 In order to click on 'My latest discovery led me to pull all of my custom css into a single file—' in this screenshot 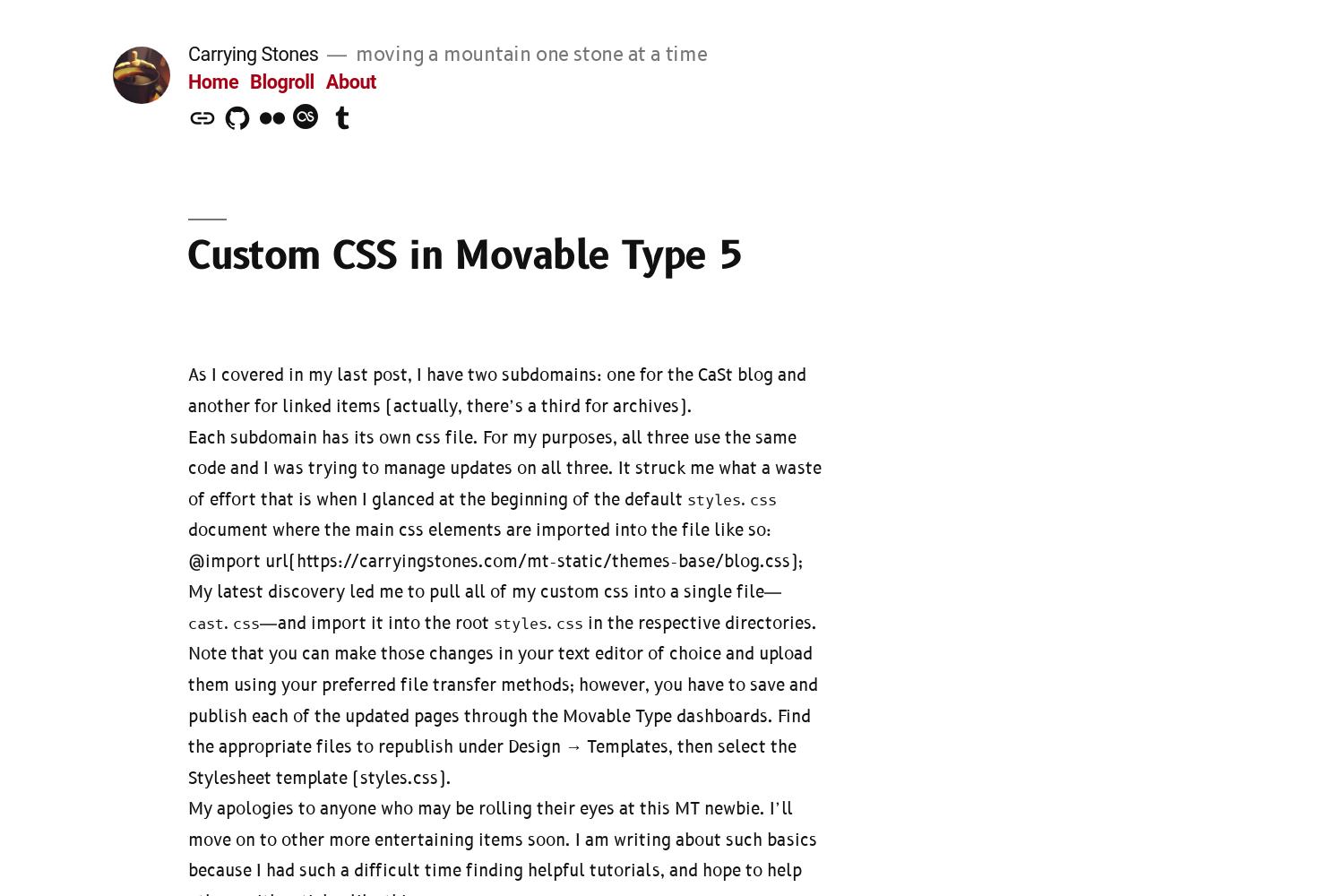, I will do `click(485, 592)`.